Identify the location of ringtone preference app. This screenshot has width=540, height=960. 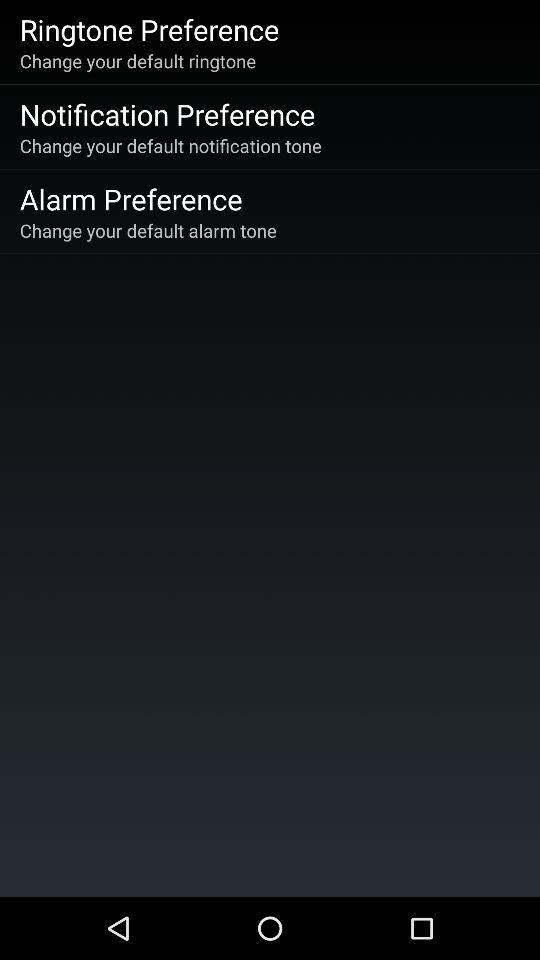
(148, 28).